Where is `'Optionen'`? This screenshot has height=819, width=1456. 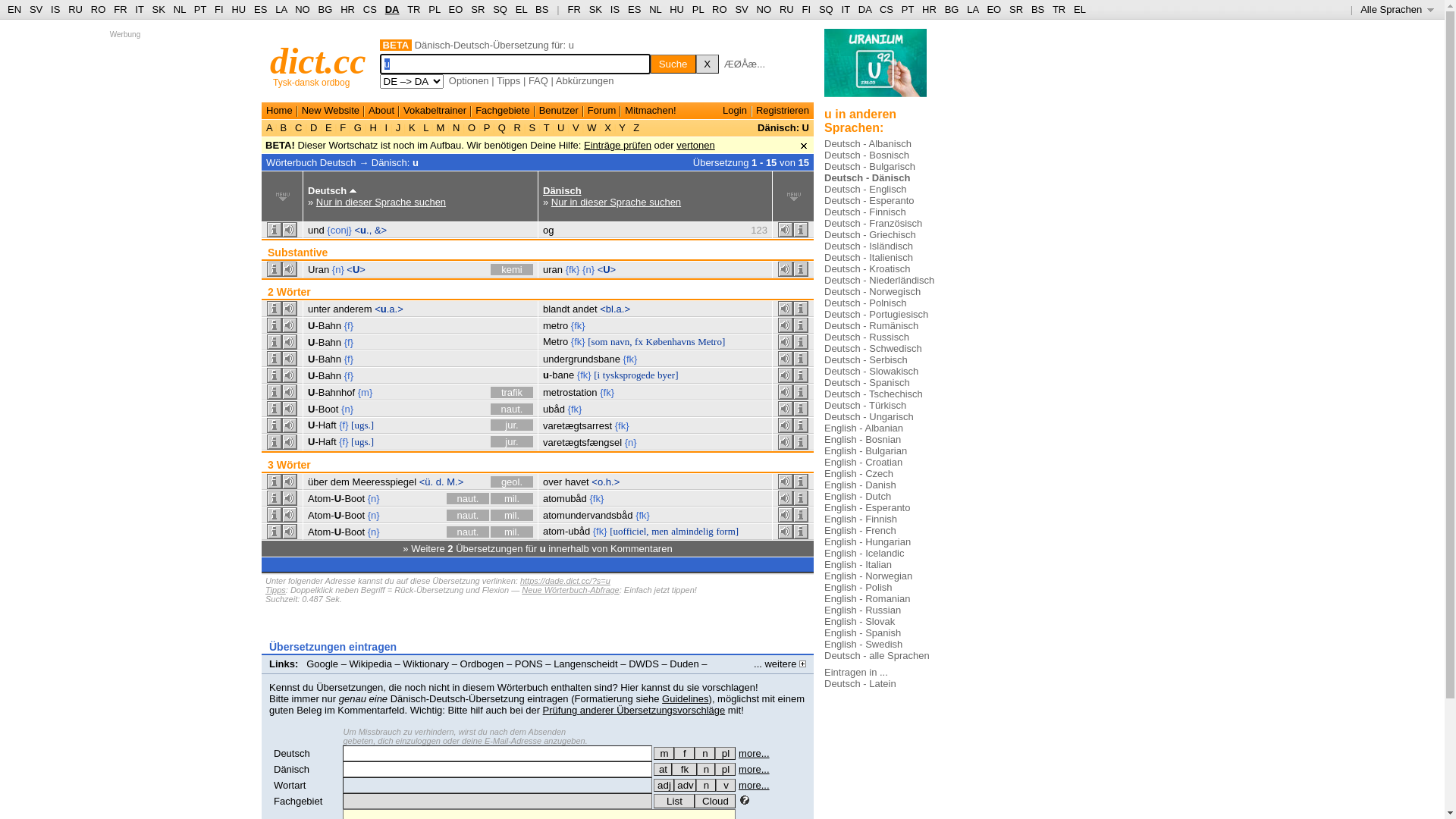
'Optionen' is located at coordinates (468, 80).